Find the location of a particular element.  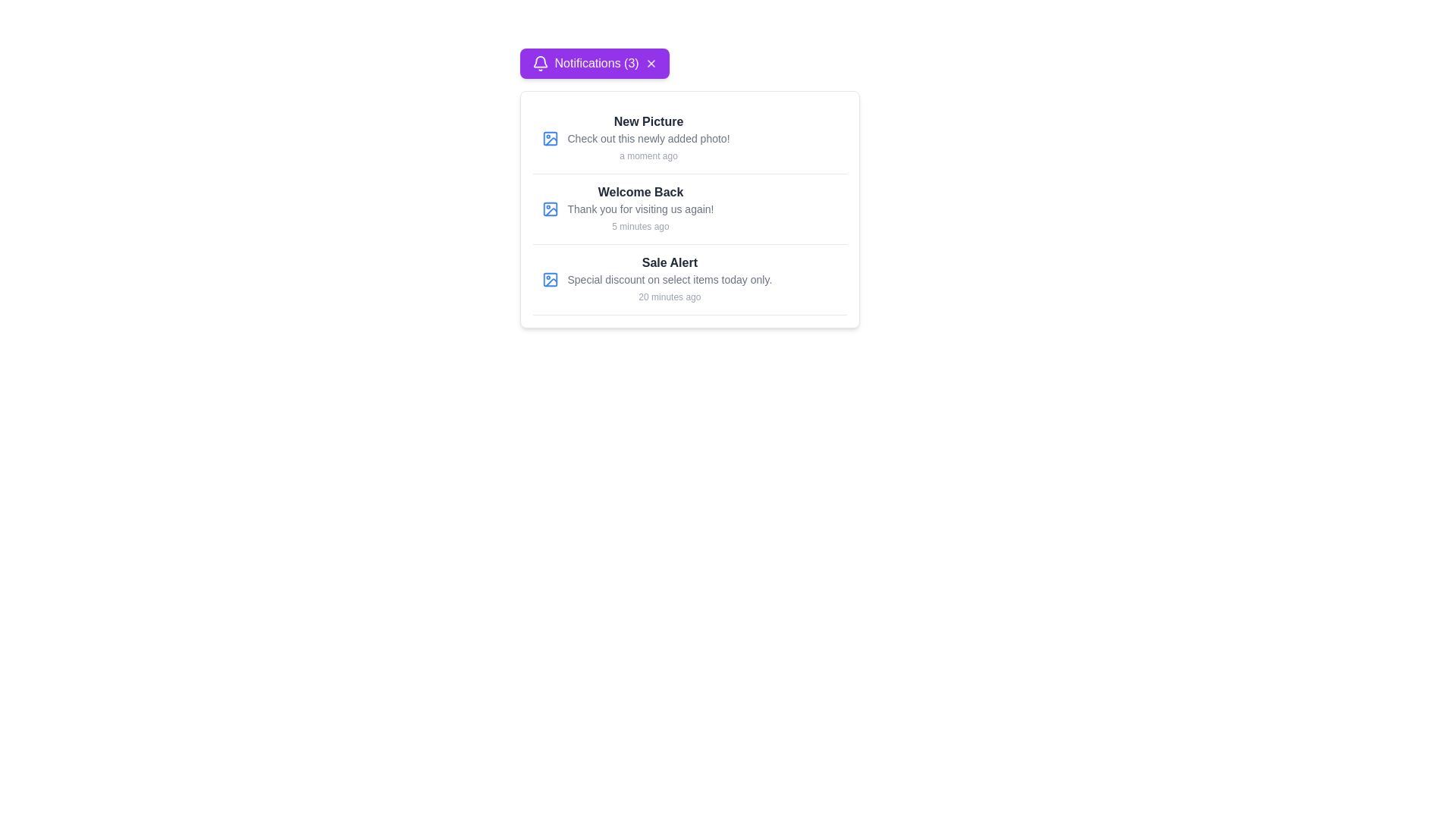

the second notification item in the vertical list, which conveys a greeting to the user with a timestamp is located at coordinates (640, 209).